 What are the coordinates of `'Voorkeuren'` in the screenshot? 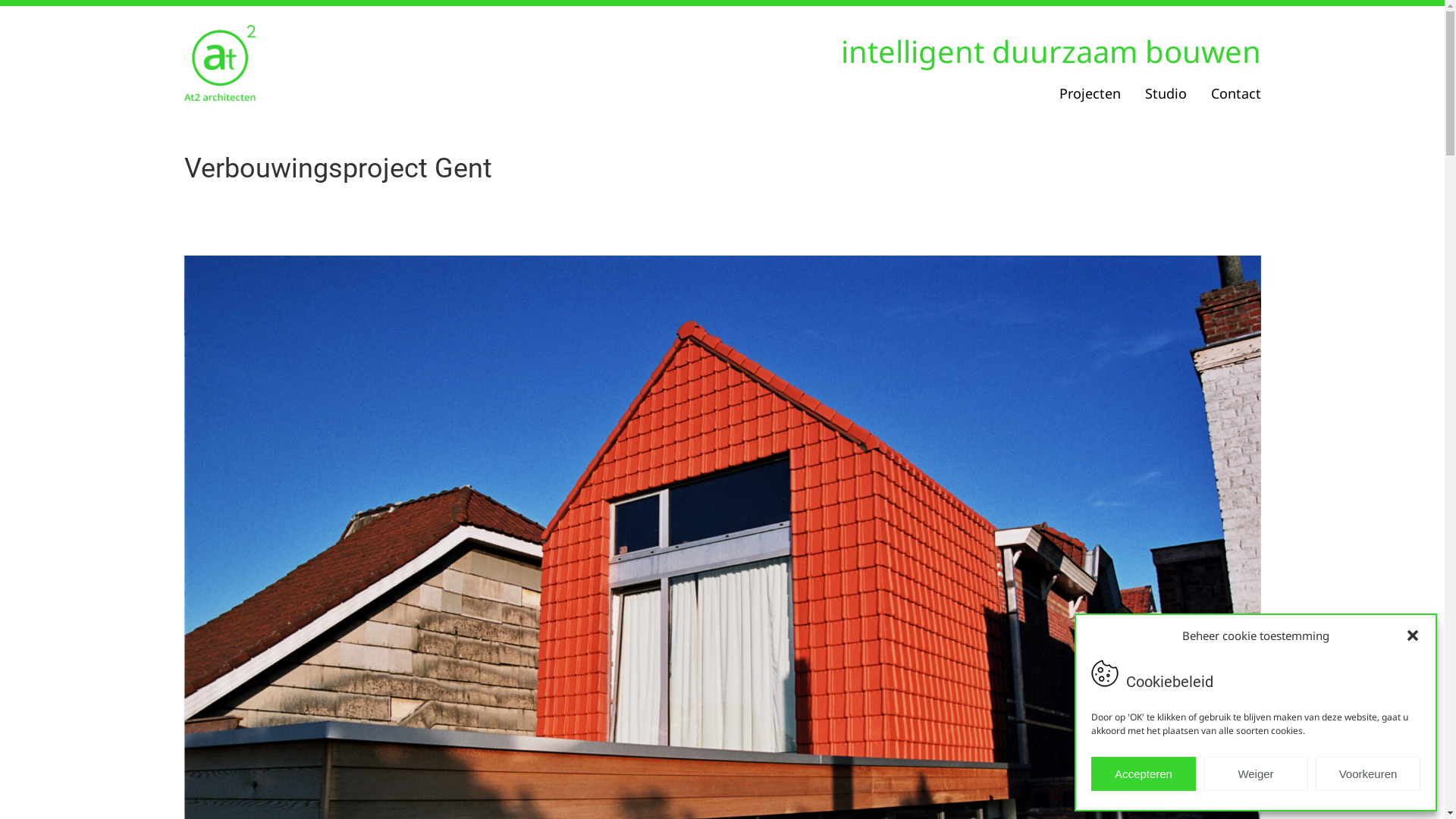 It's located at (1368, 773).